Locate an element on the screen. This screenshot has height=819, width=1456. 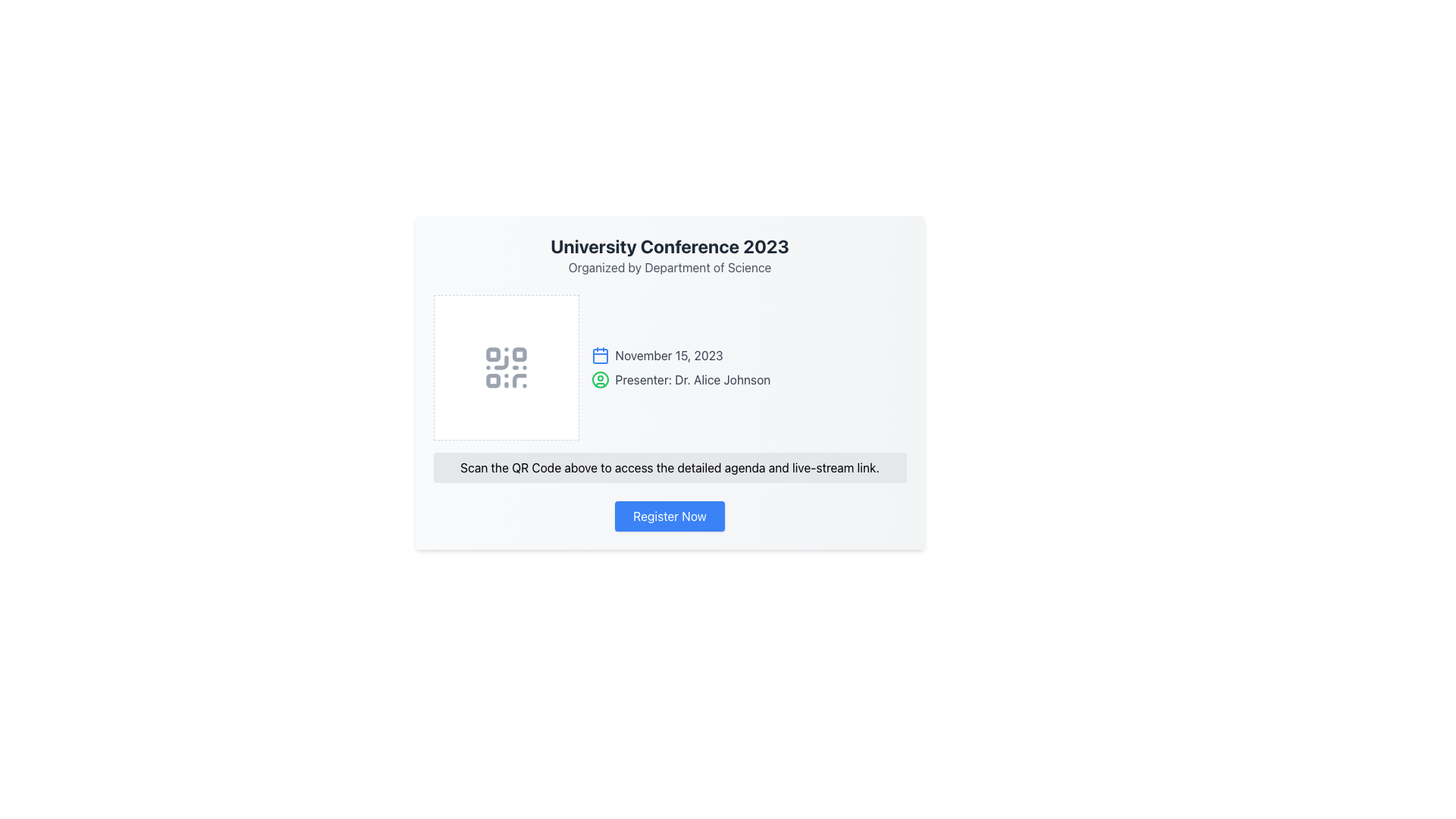
the Text Description element that provides instructions about the QR code above, located below the QR code and event details, and above the 'Register Now' button is located at coordinates (669, 467).